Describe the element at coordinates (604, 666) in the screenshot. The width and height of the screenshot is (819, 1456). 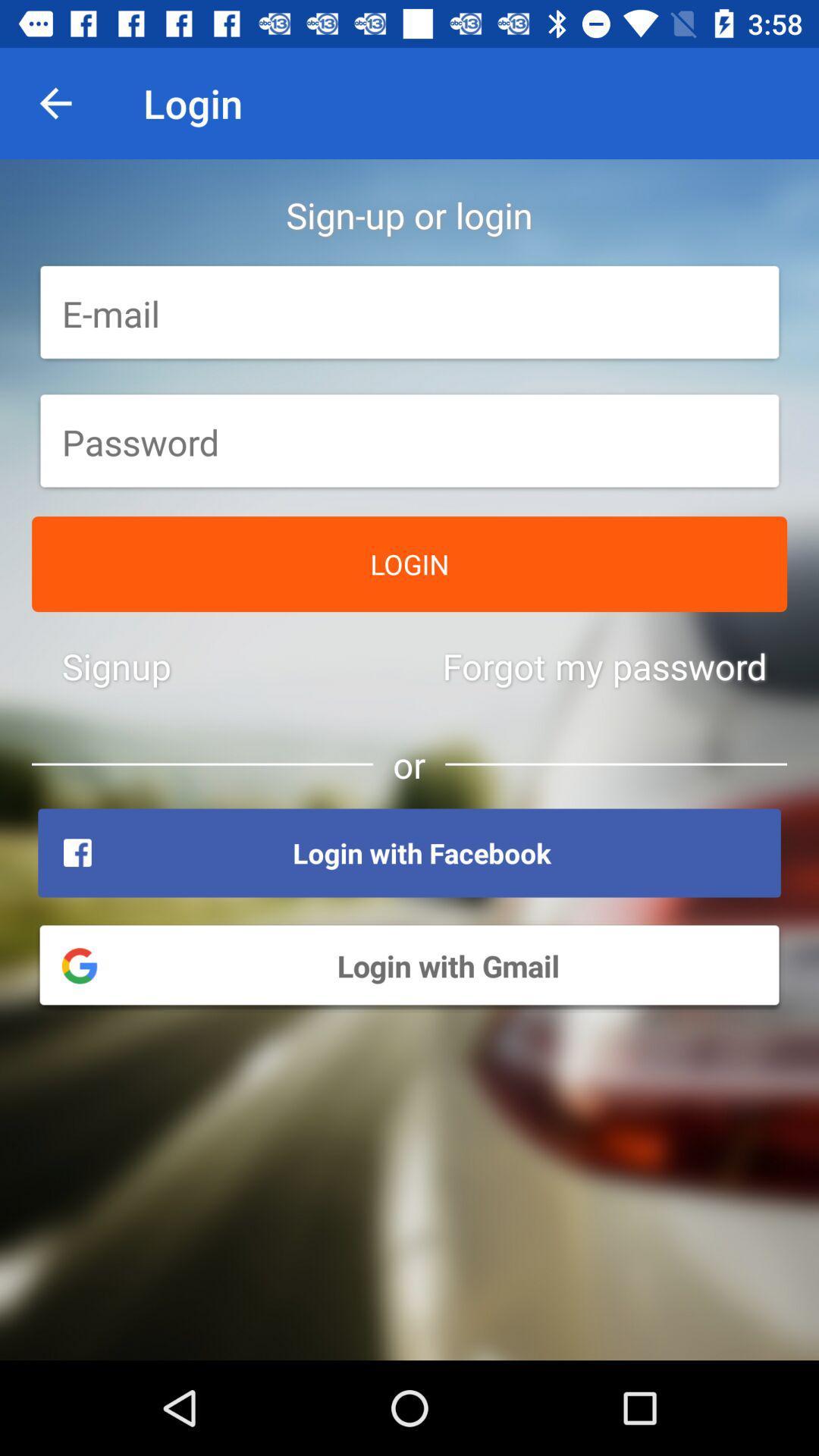
I see `the forgot my password icon` at that location.